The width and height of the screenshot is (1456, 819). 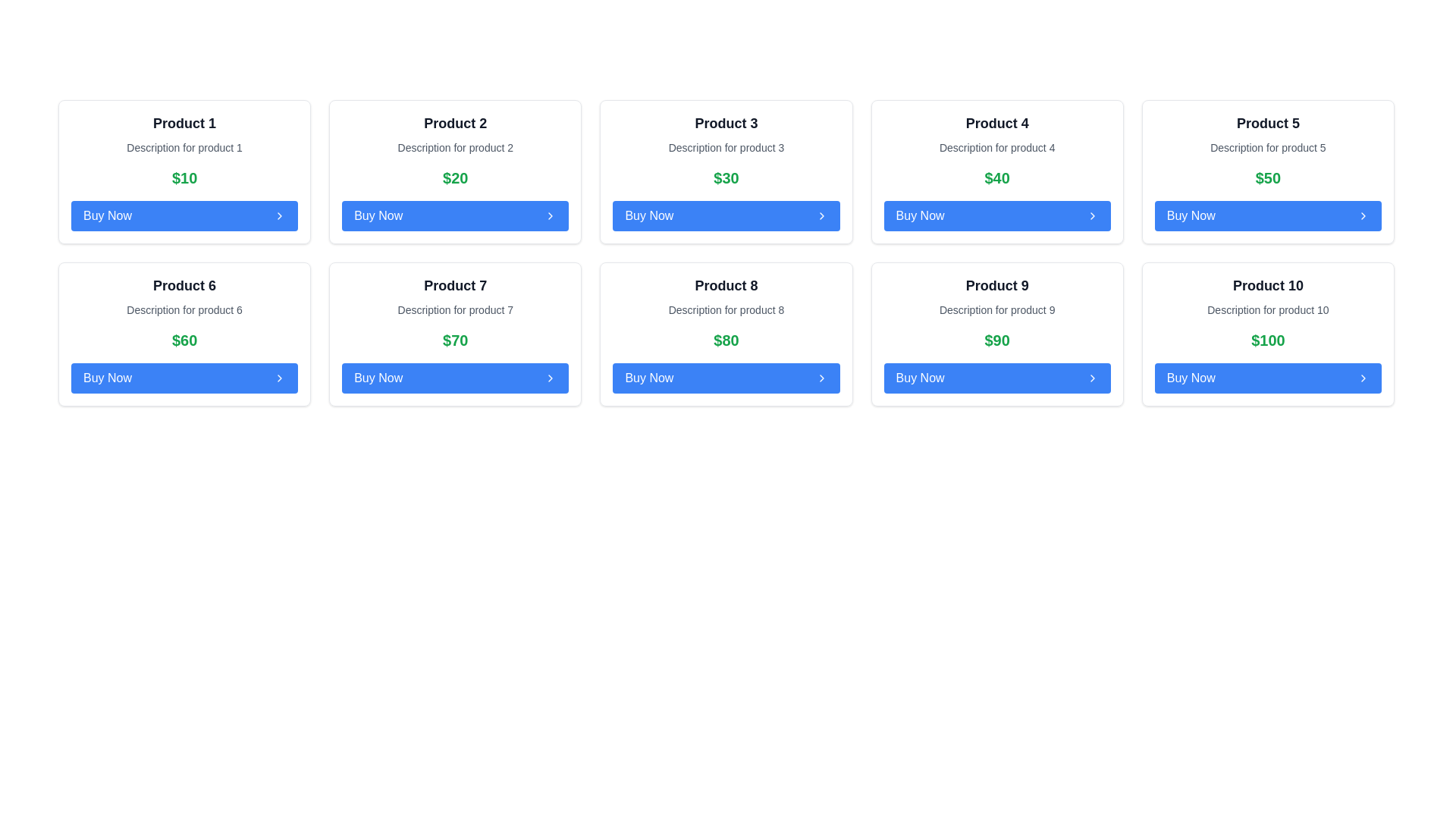 I want to click on the price text label of 'Product 3', which displays '$30' and is located below the product description and above the 'Buy Now' button, so click(x=726, y=177).